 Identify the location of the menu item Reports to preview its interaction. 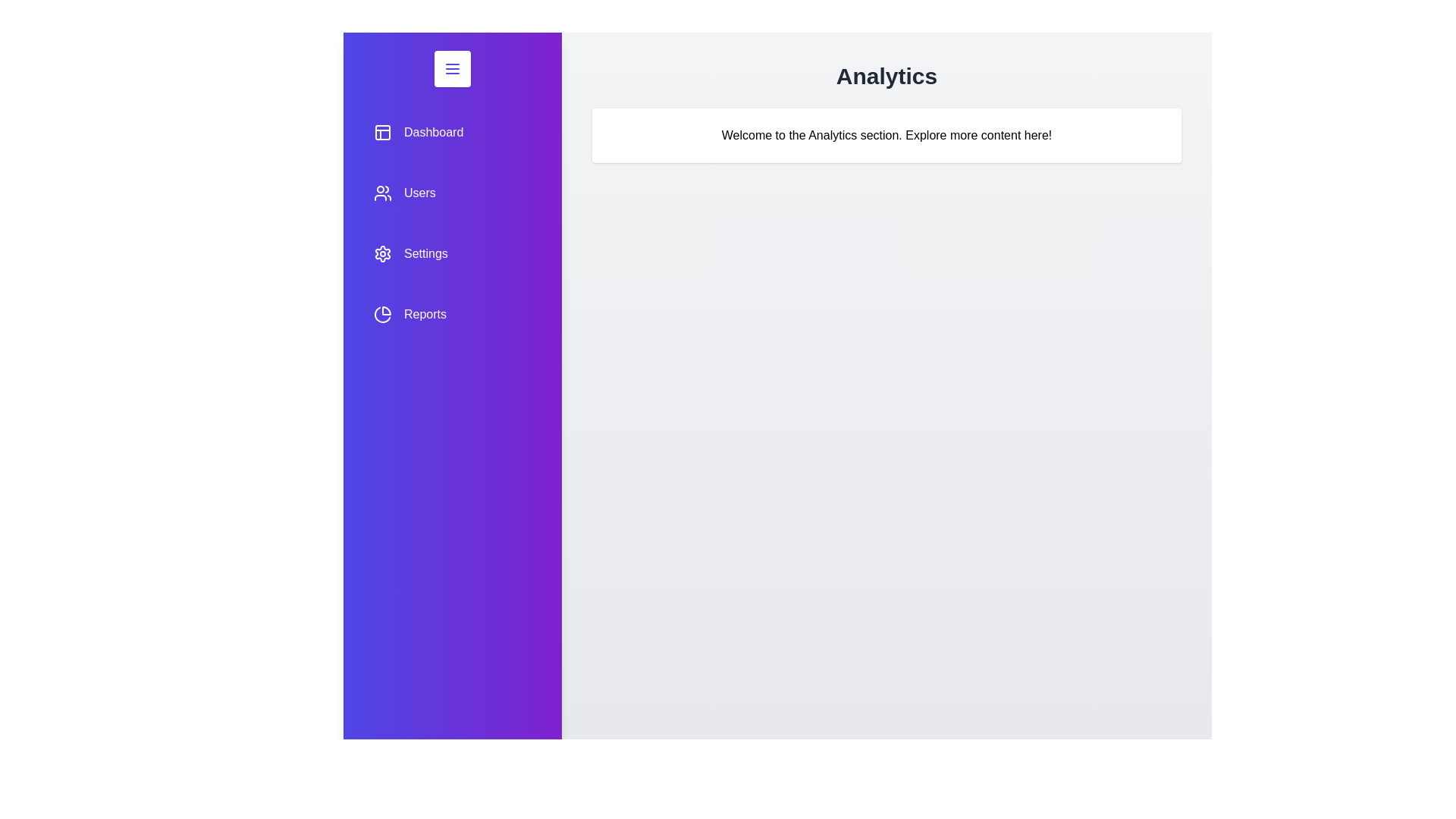
(451, 314).